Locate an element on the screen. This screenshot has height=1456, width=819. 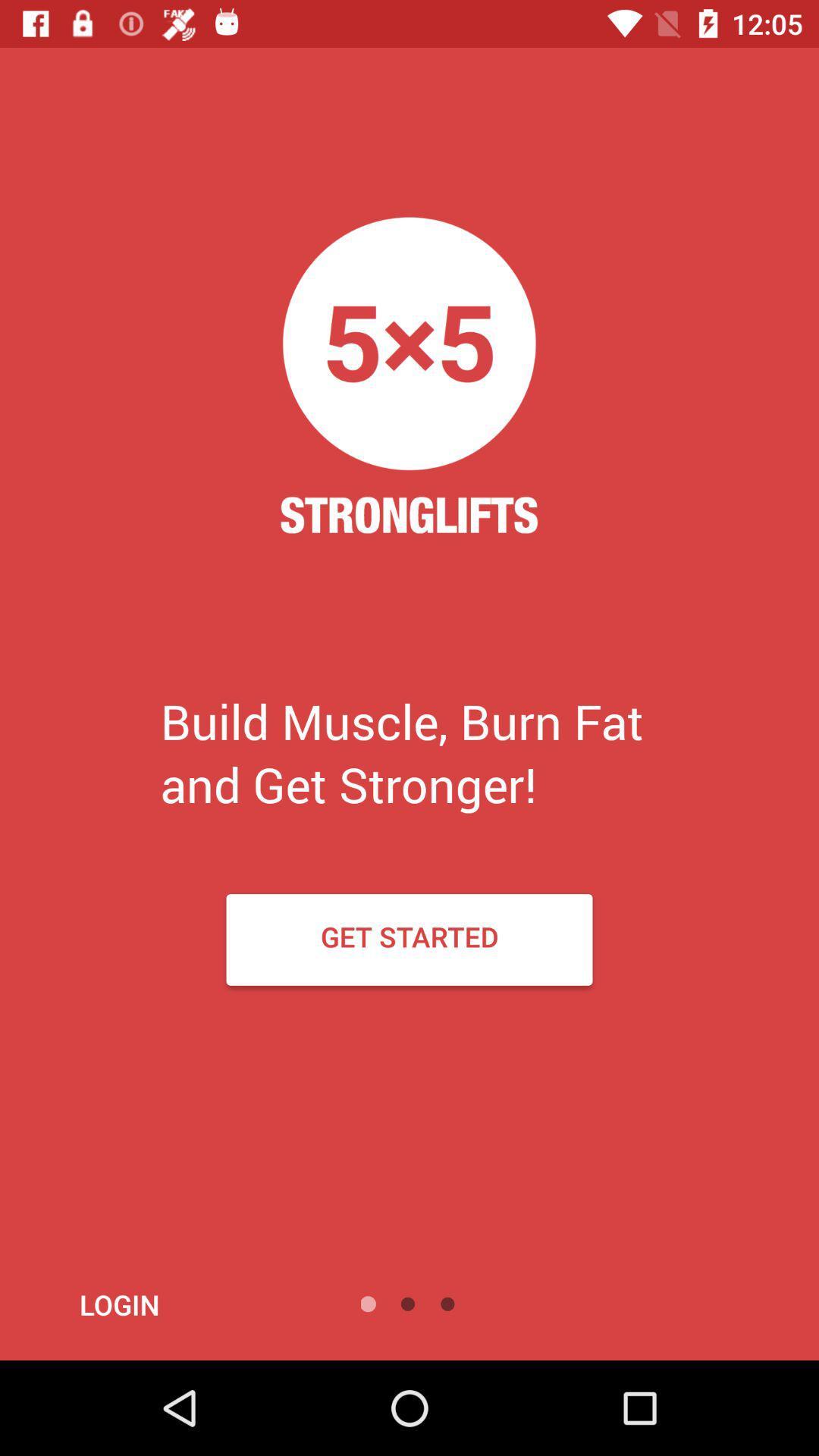
item below build muscle burn icon is located at coordinates (409, 939).